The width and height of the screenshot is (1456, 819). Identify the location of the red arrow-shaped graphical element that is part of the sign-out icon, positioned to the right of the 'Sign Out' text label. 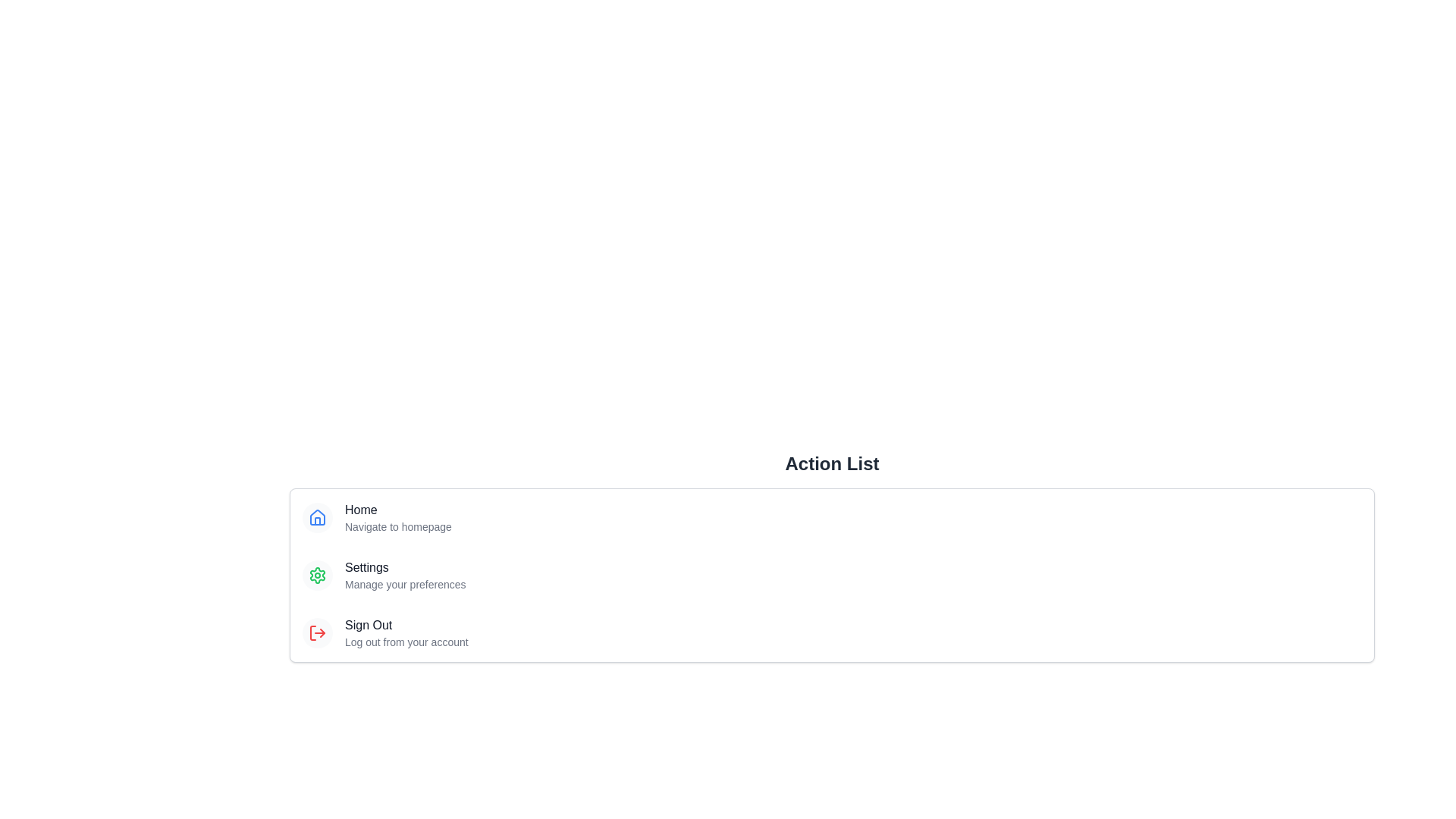
(322, 632).